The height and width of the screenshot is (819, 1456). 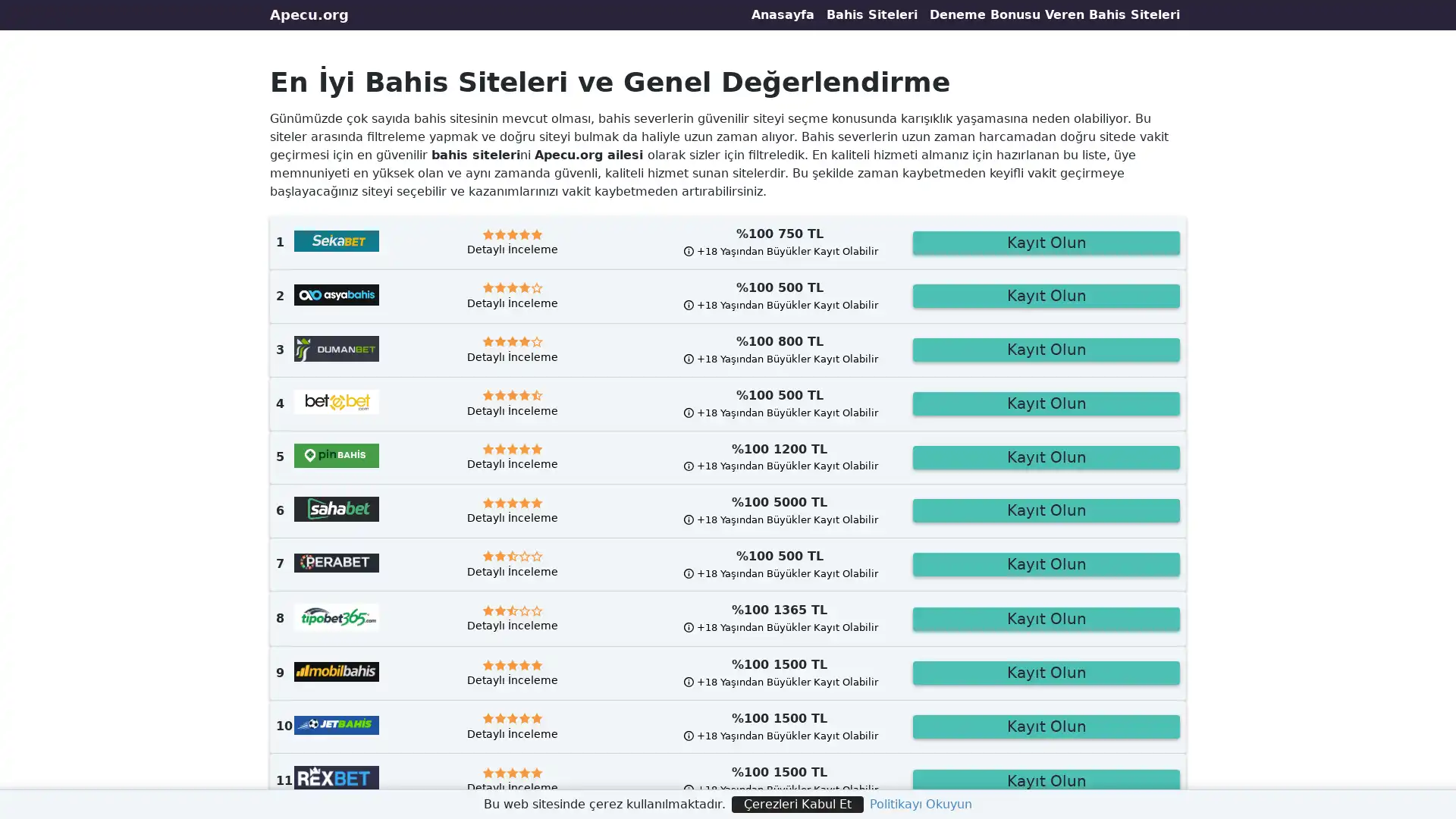 I want to click on Load terms and conditions, so click(x=779, y=304).